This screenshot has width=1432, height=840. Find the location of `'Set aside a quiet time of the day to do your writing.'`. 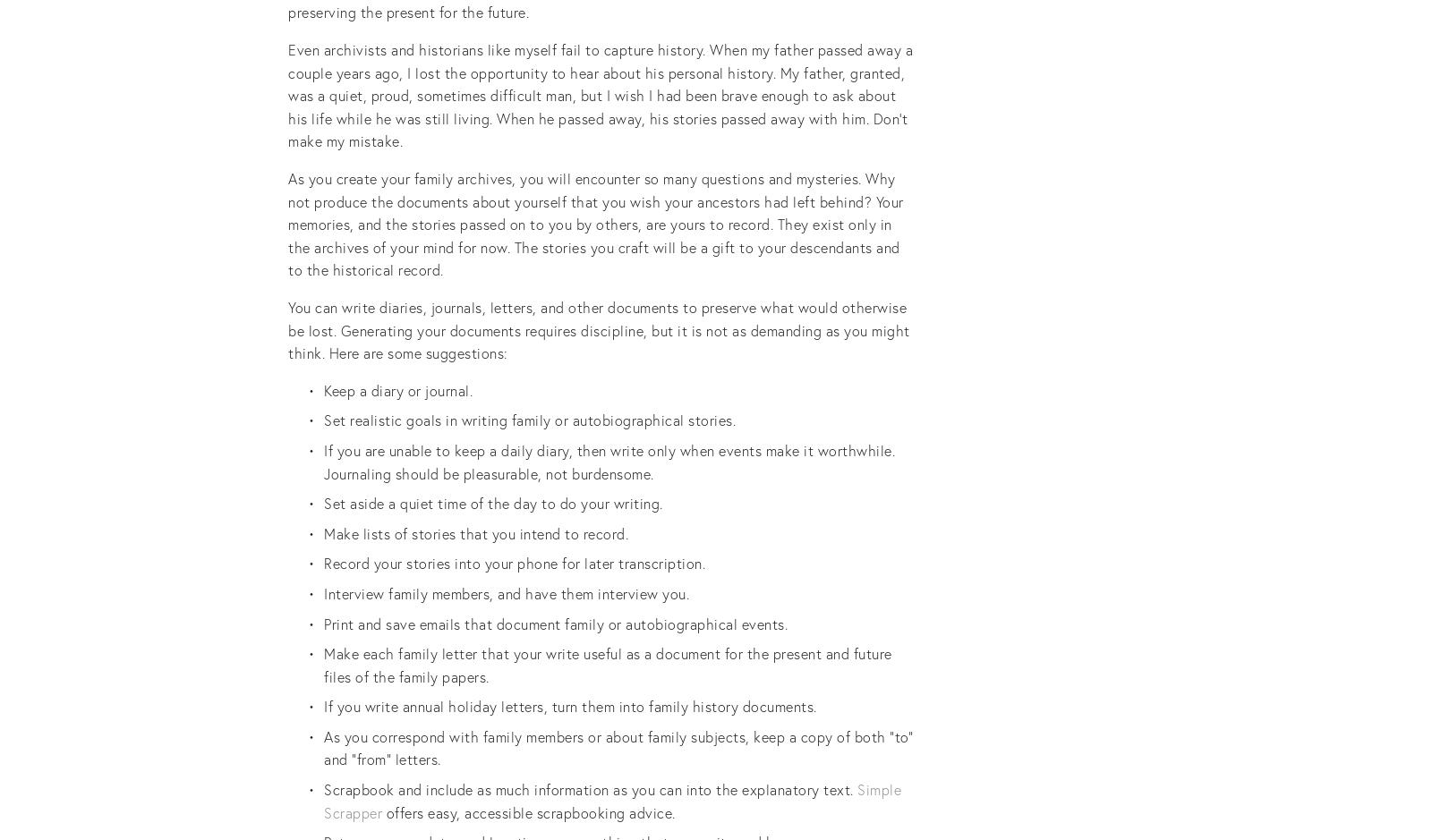

'Set aside a quiet time of the day to do your writing.' is located at coordinates (492, 502).